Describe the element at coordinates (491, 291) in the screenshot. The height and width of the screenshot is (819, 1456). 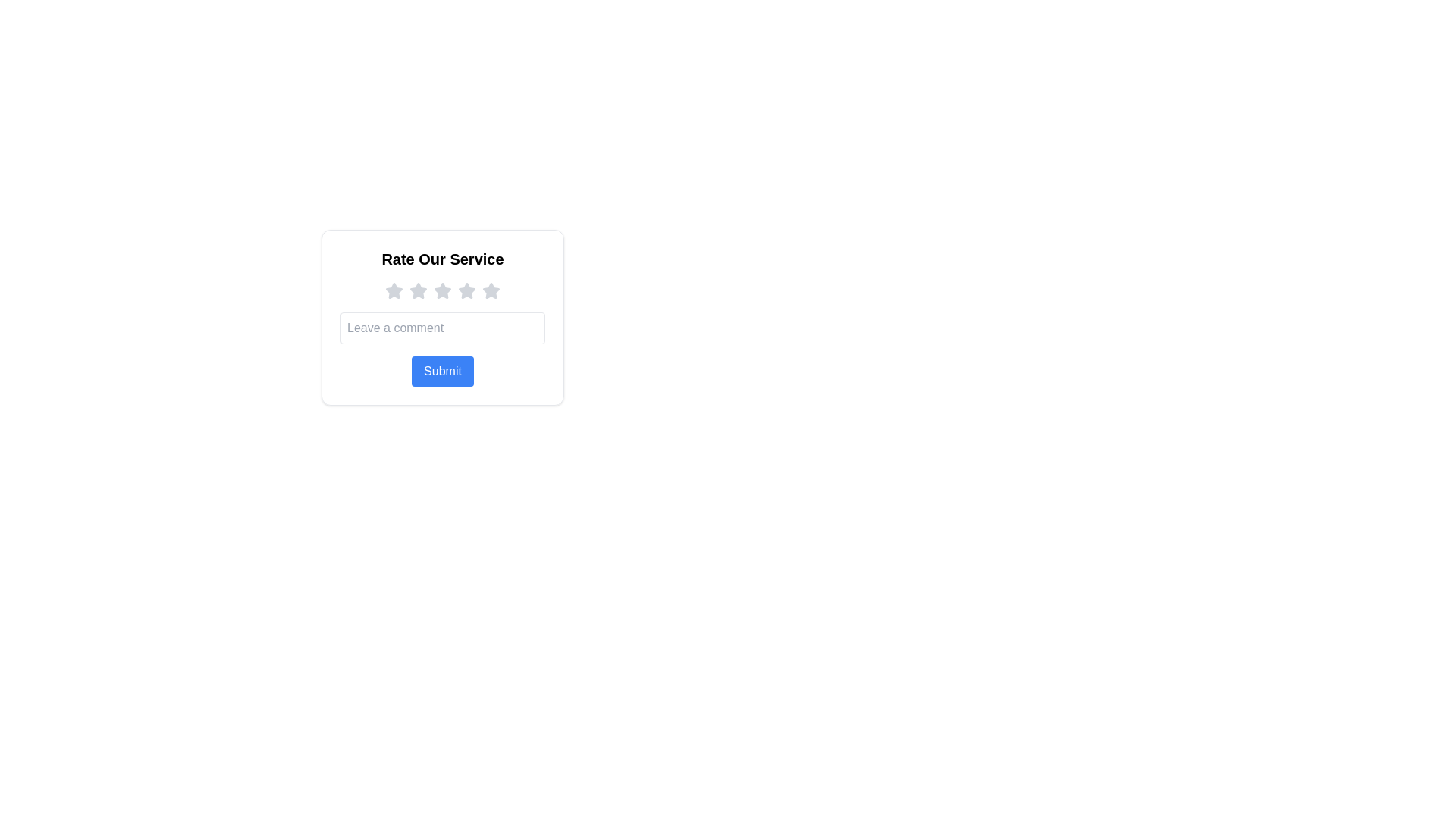
I see `the fifth star in the interactive rating bar` at that location.